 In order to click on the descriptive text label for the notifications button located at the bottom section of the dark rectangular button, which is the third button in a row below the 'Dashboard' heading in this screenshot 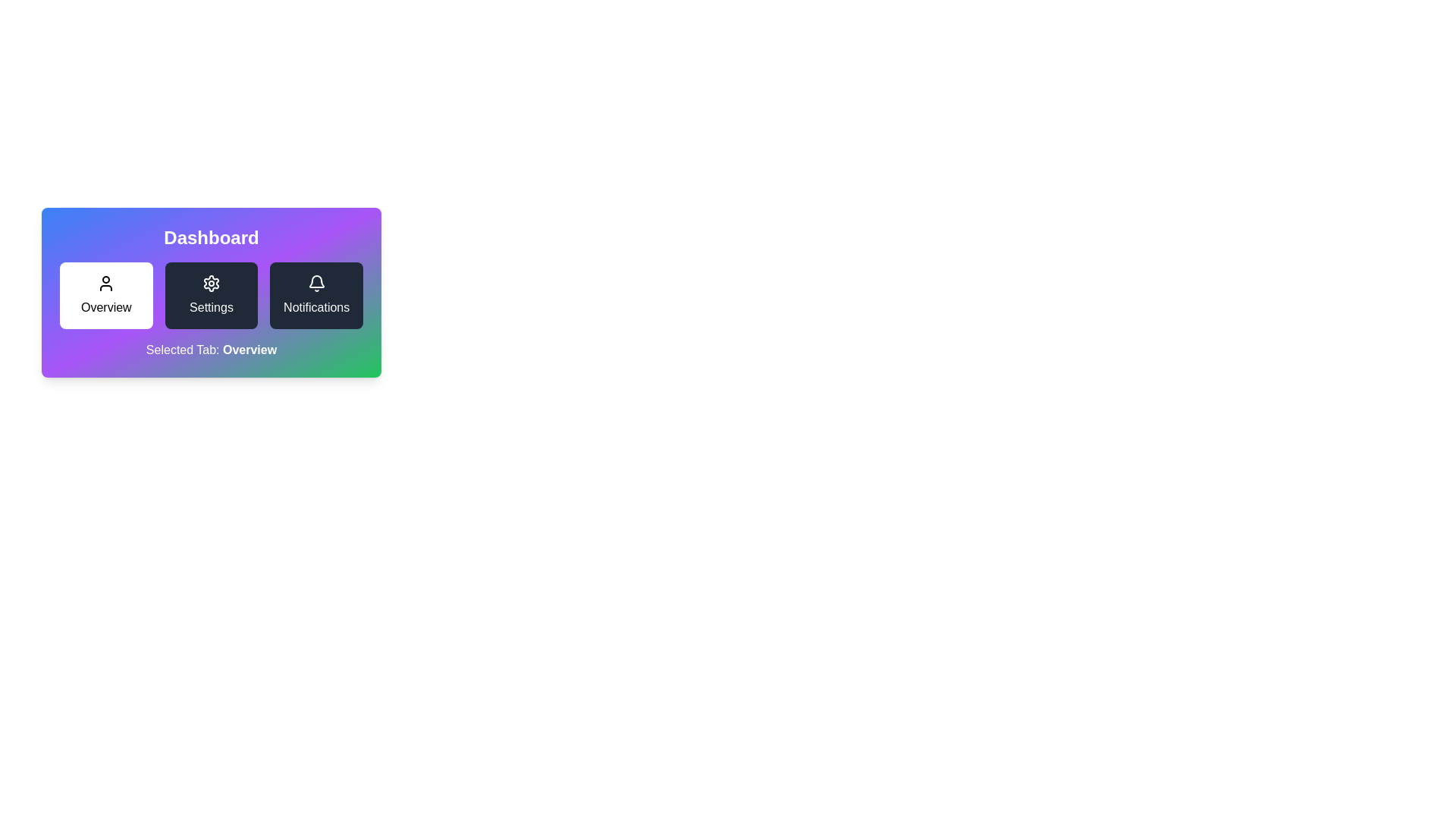, I will do `click(315, 307)`.